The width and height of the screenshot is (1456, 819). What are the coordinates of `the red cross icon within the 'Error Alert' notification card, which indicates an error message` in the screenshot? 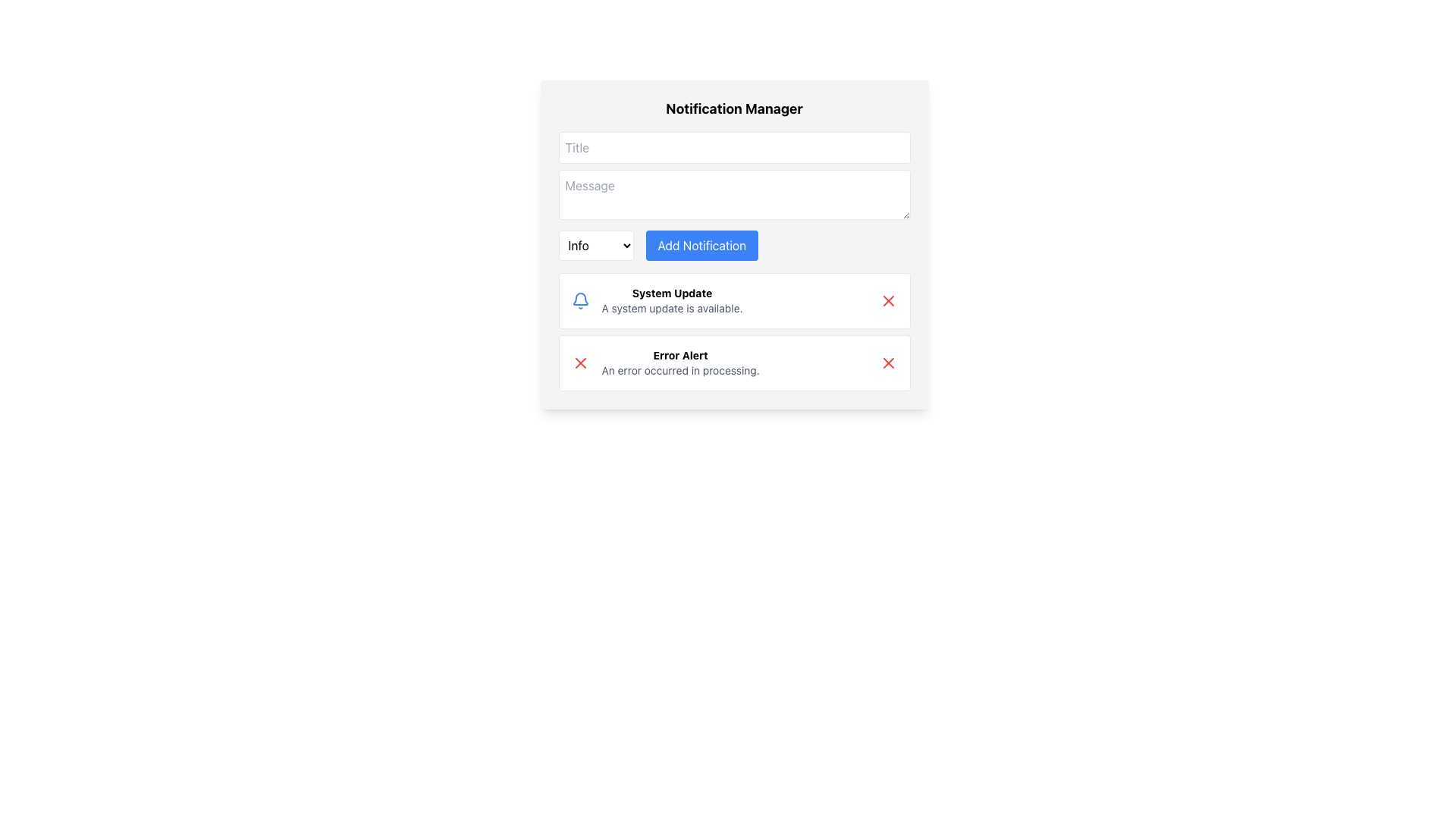 It's located at (579, 362).